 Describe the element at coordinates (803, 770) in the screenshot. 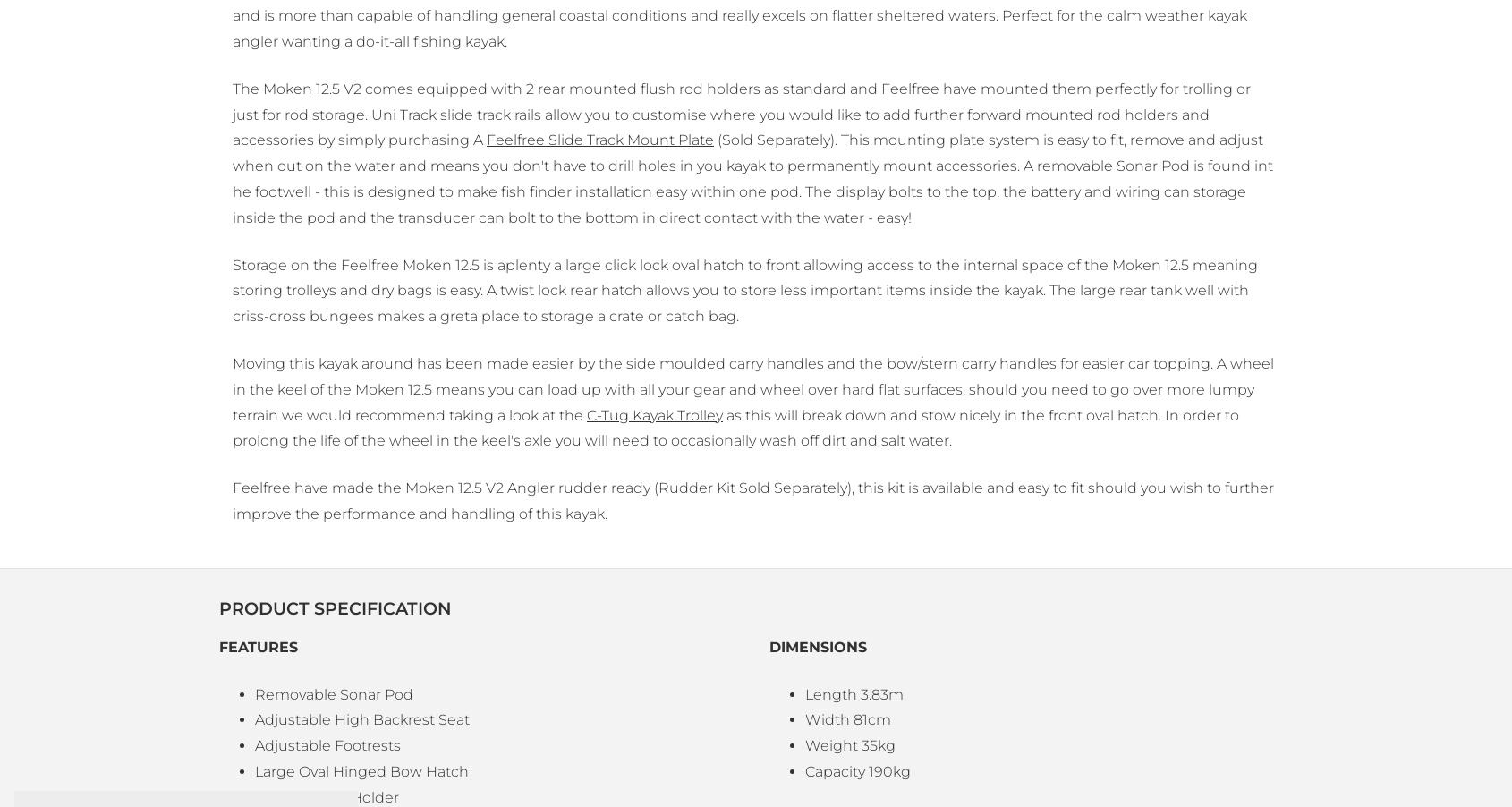

I see `'Capacity 190kg'` at that location.